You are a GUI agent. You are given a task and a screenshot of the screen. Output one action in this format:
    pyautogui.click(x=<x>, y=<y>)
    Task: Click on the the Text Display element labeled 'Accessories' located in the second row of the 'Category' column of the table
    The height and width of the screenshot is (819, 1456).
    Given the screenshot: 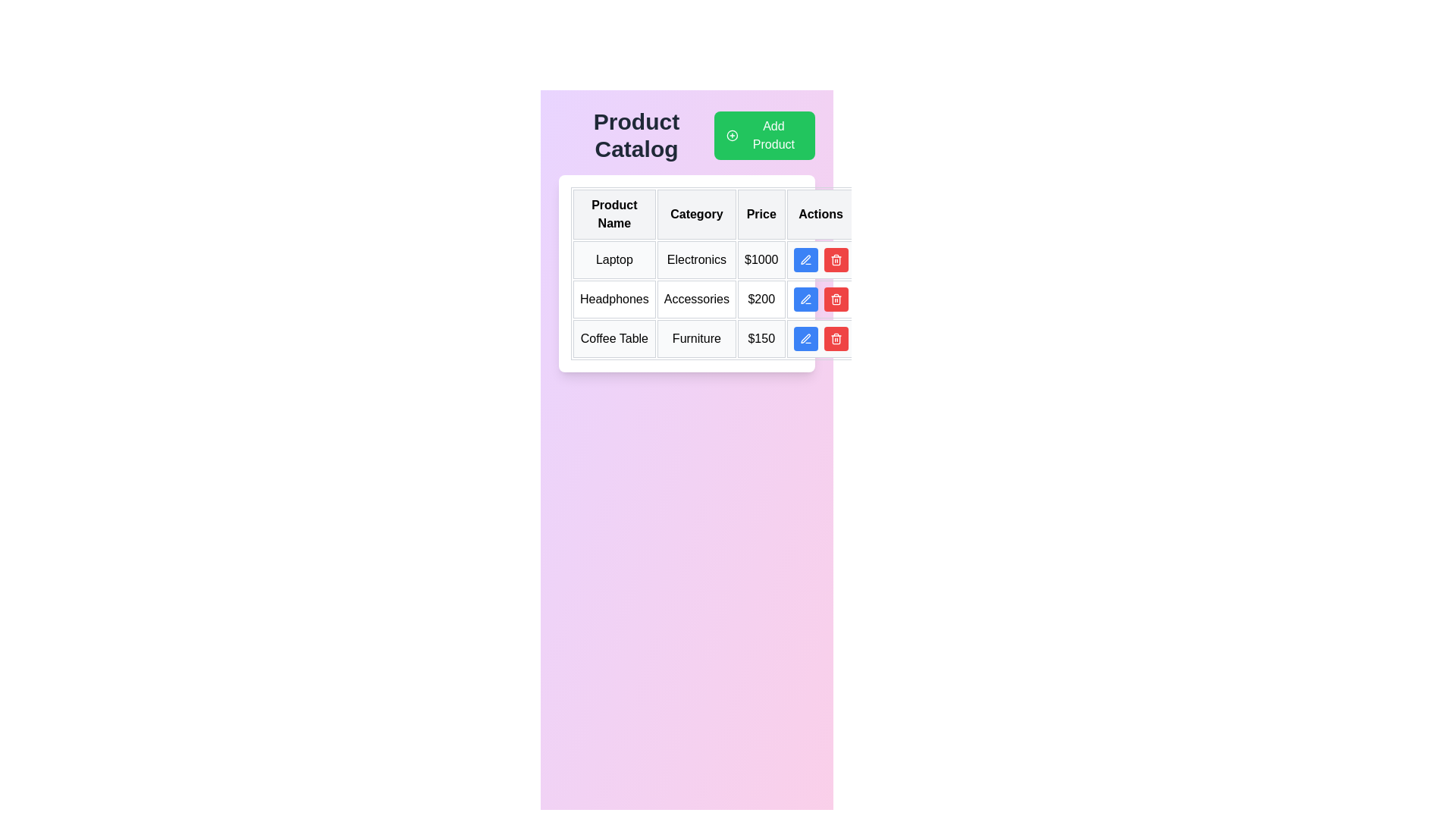 What is the action you would take?
    pyautogui.click(x=695, y=299)
    